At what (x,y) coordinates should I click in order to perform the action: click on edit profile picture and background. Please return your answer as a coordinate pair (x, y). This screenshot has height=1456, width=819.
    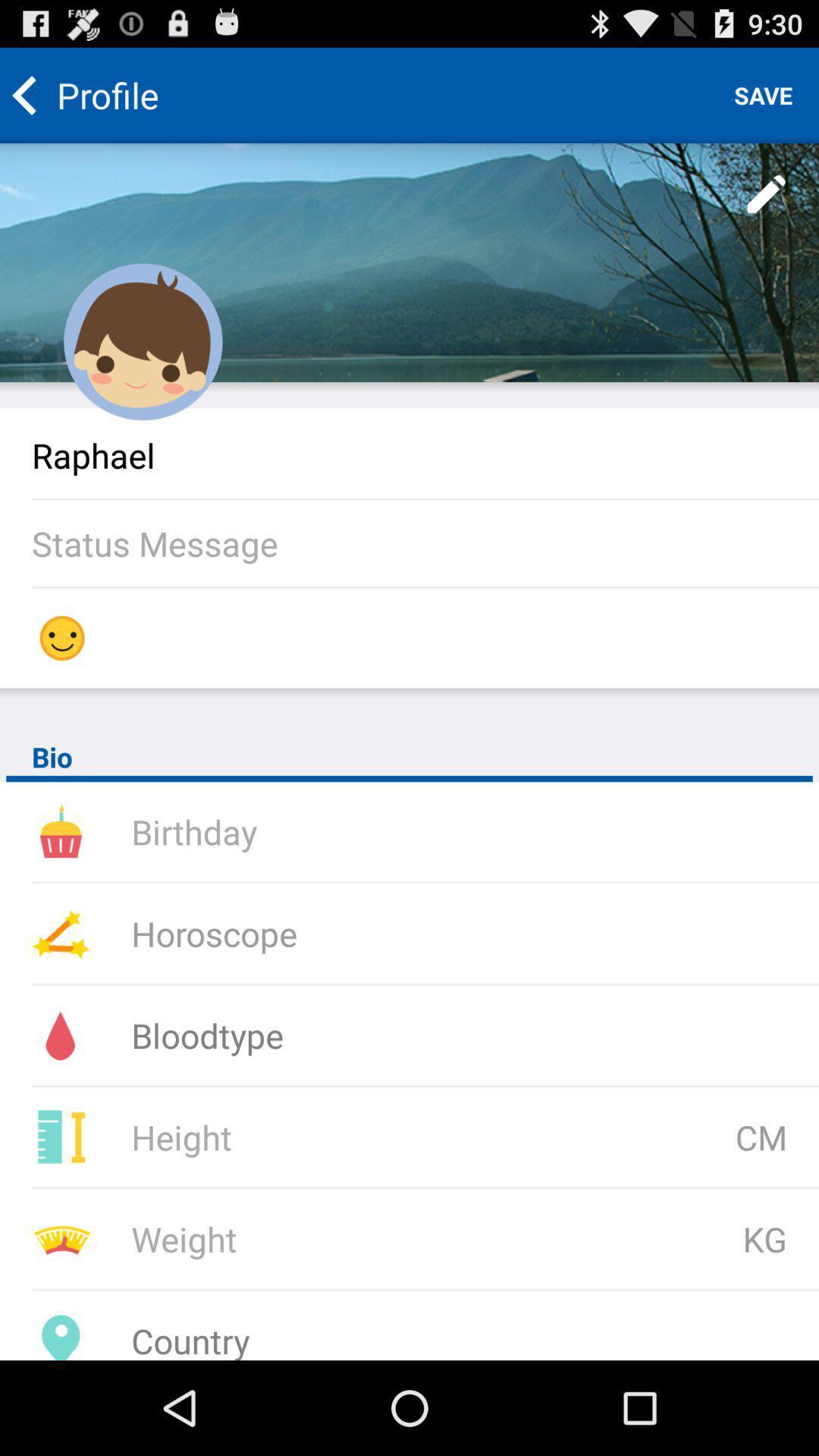
    Looking at the image, I should click on (409, 262).